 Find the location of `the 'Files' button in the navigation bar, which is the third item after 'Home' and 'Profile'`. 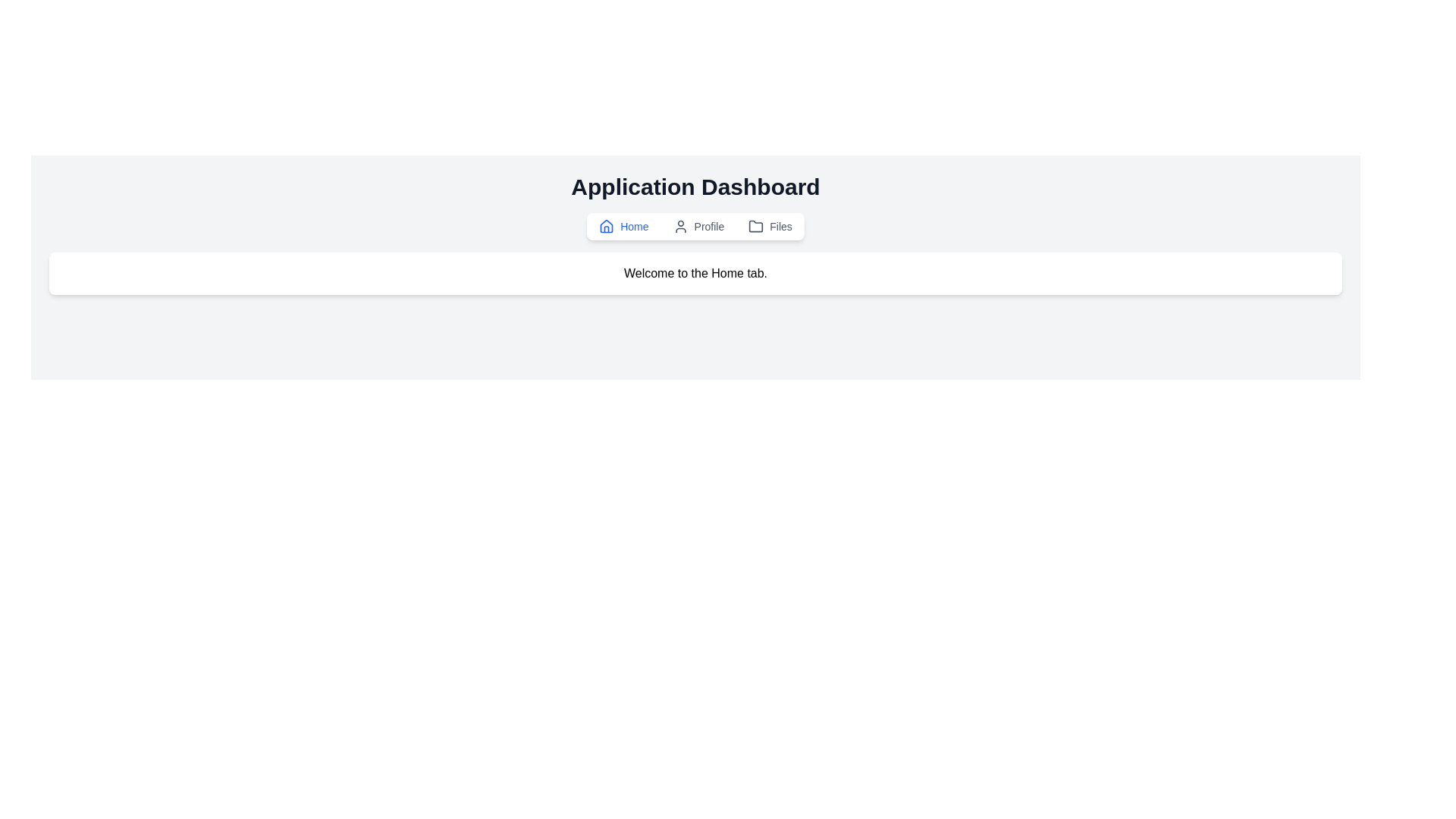

the 'Files' button in the navigation bar, which is the third item after 'Home' and 'Profile' is located at coordinates (770, 227).